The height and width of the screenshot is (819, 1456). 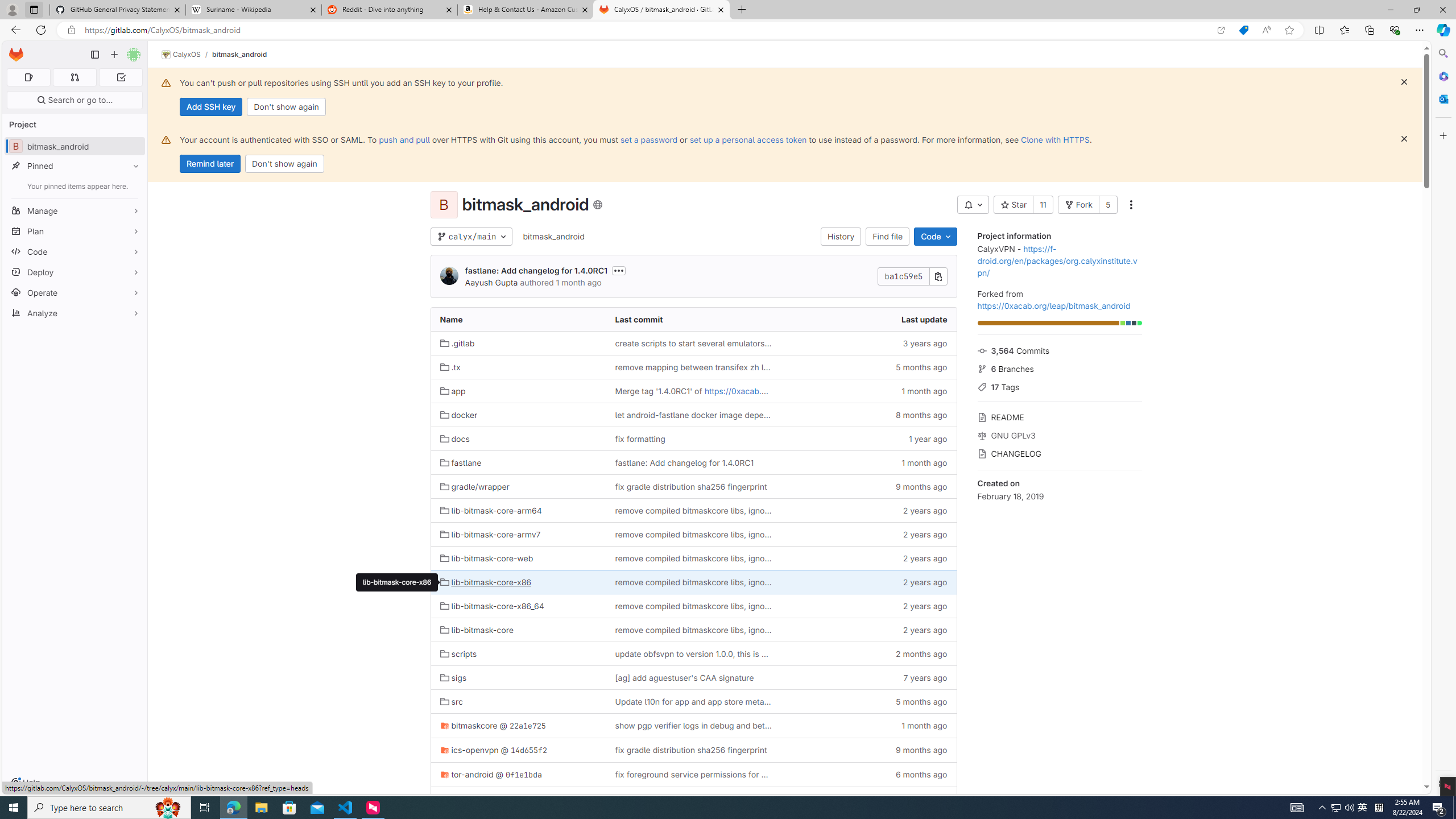 What do you see at coordinates (1059, 452) in the screenshot?
I see `'CHANGELOG'` at bounding box center [1059, 452].